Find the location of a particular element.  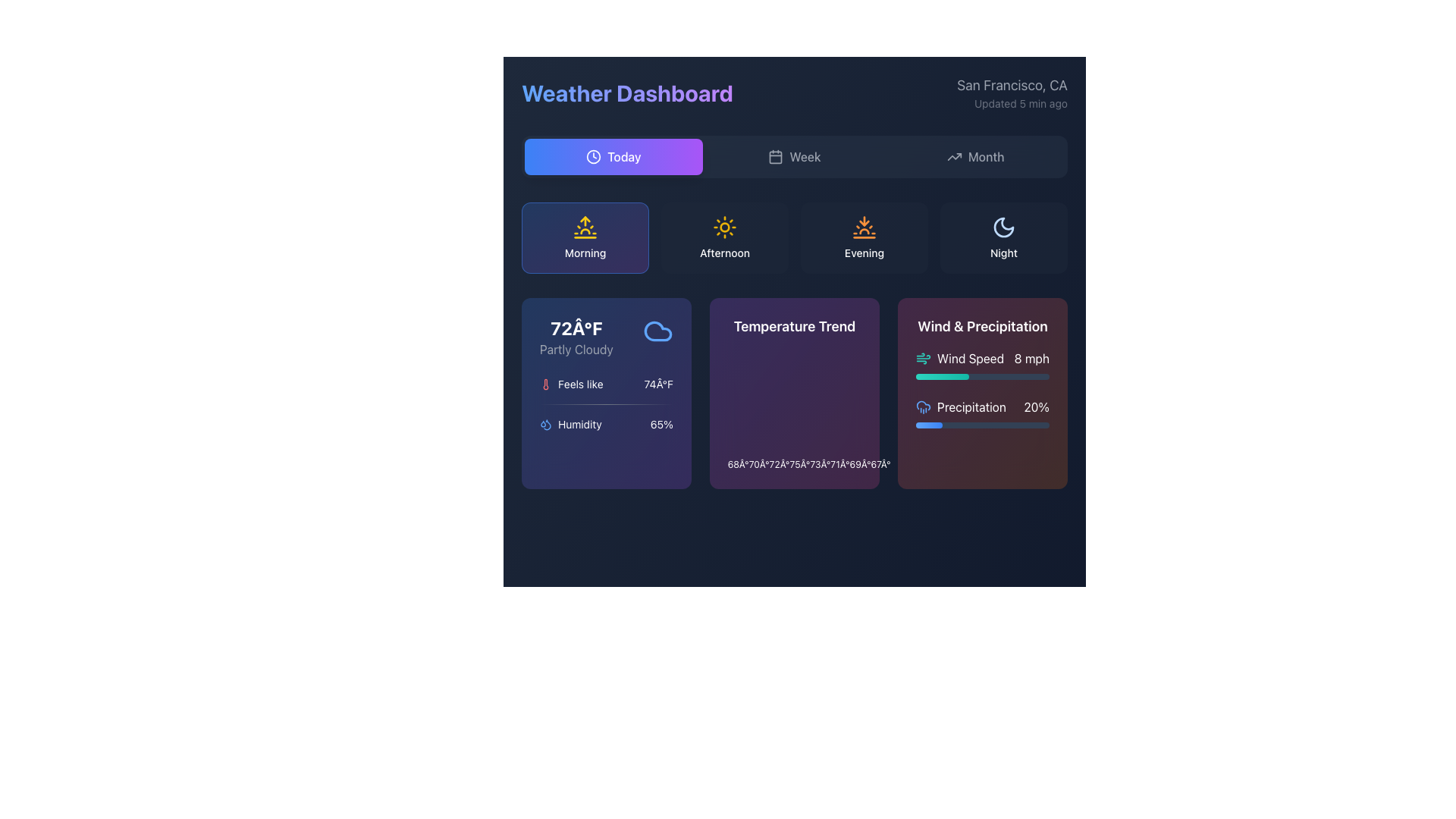

the 'Afternoon' button, which features a sun icon and a white sans-serif font on a dark bluish-gray background is located at coordinates (723, 237).